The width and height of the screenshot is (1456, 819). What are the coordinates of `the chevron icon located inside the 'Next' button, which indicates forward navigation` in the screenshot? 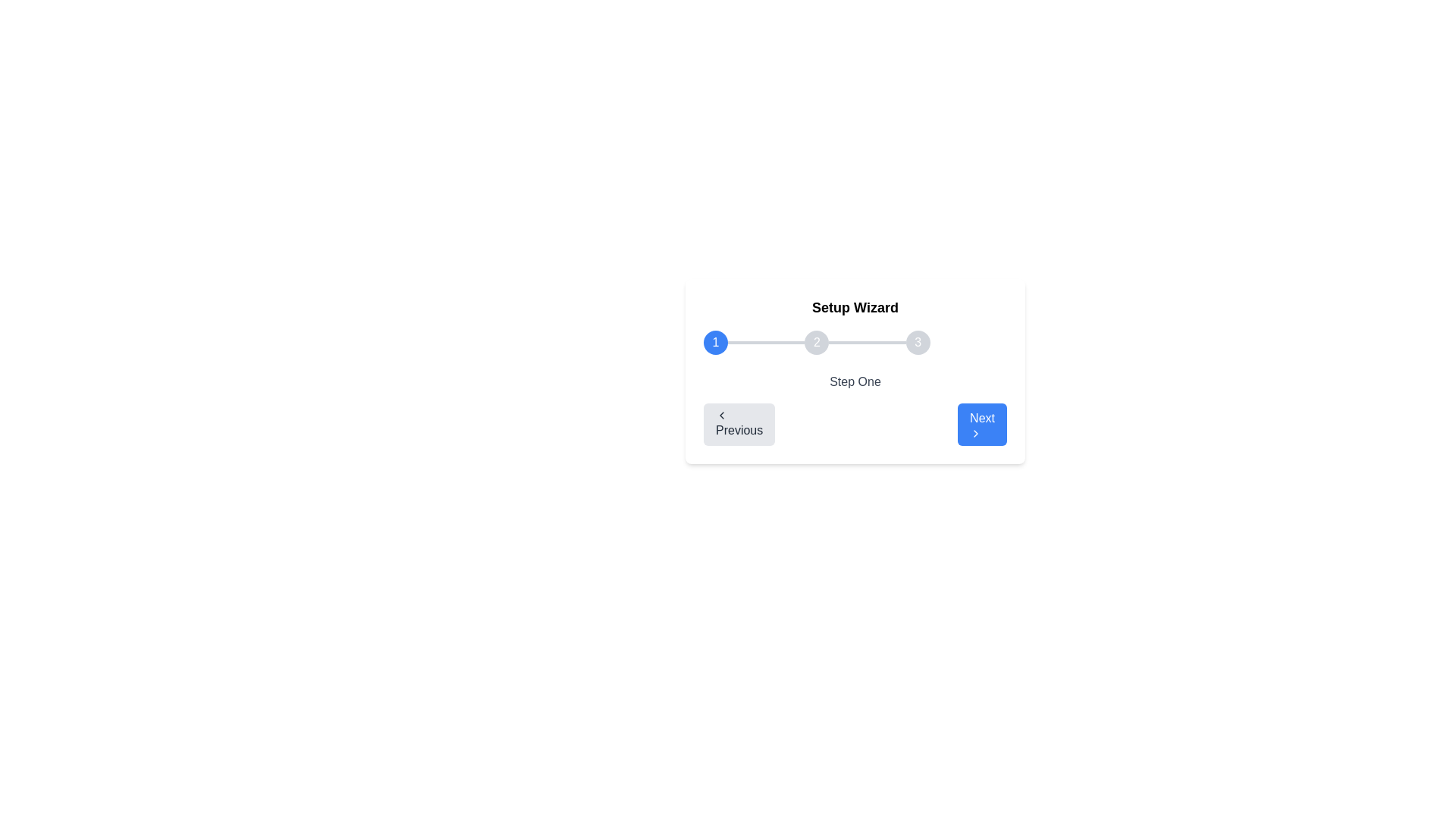 It's located at (976, 433).